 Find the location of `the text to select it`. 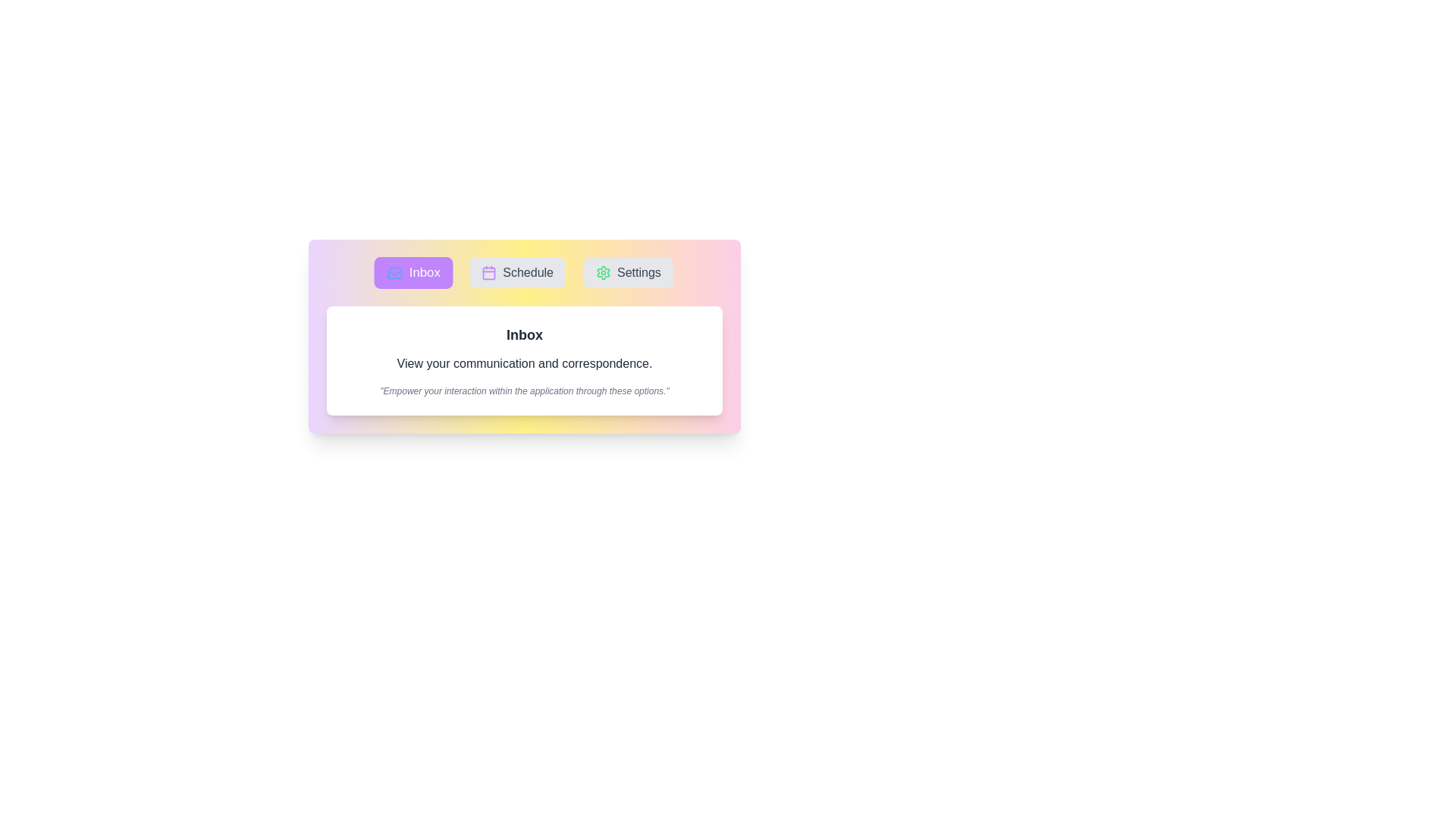

the text to select it is located at coordinates (524, 334).